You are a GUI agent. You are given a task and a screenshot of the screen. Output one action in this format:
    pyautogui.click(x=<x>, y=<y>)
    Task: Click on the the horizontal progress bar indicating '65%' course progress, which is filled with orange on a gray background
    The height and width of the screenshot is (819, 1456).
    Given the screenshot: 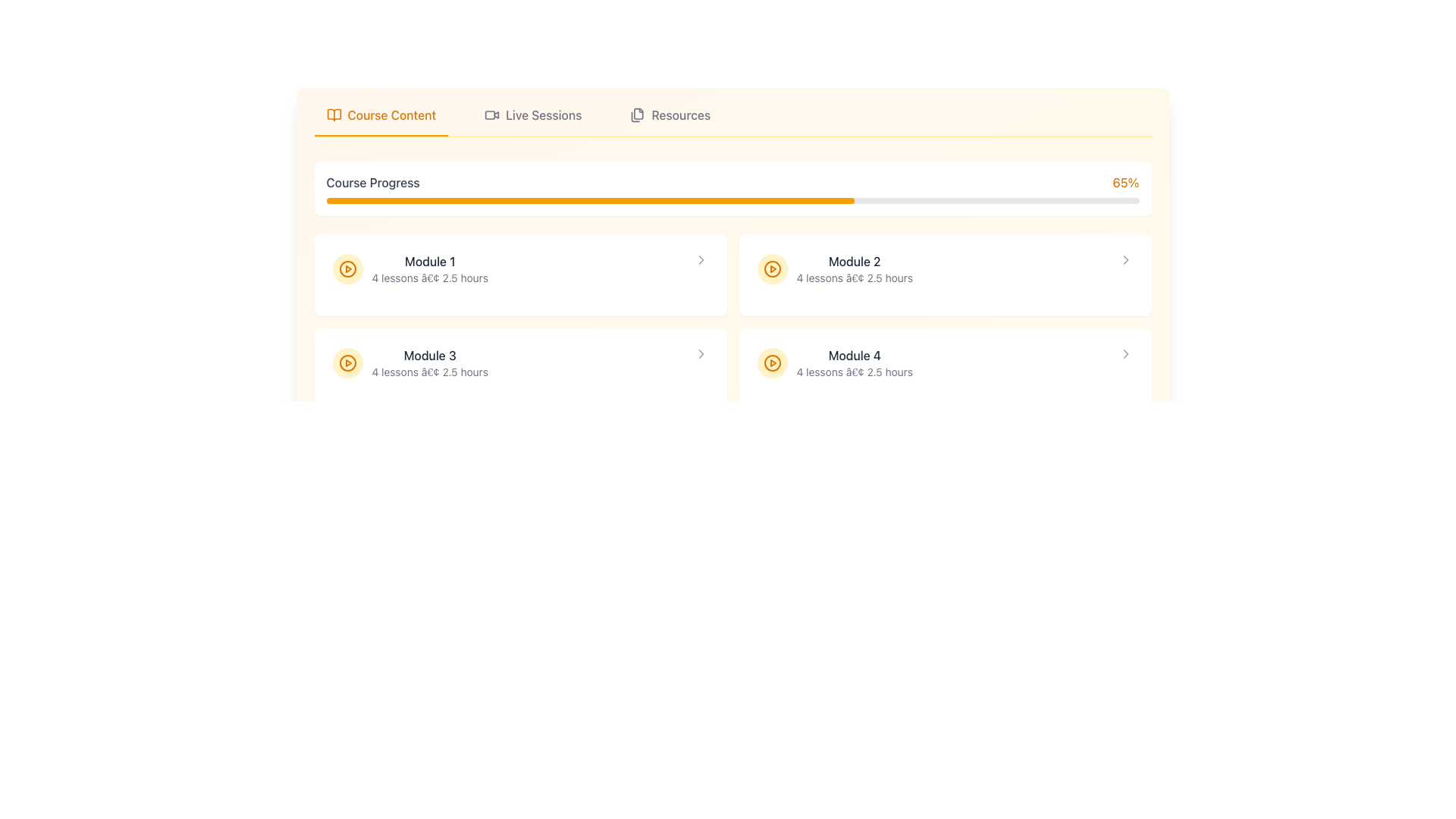 What is the action you would take?
    pyautogui.click(x=733, y=200)
    